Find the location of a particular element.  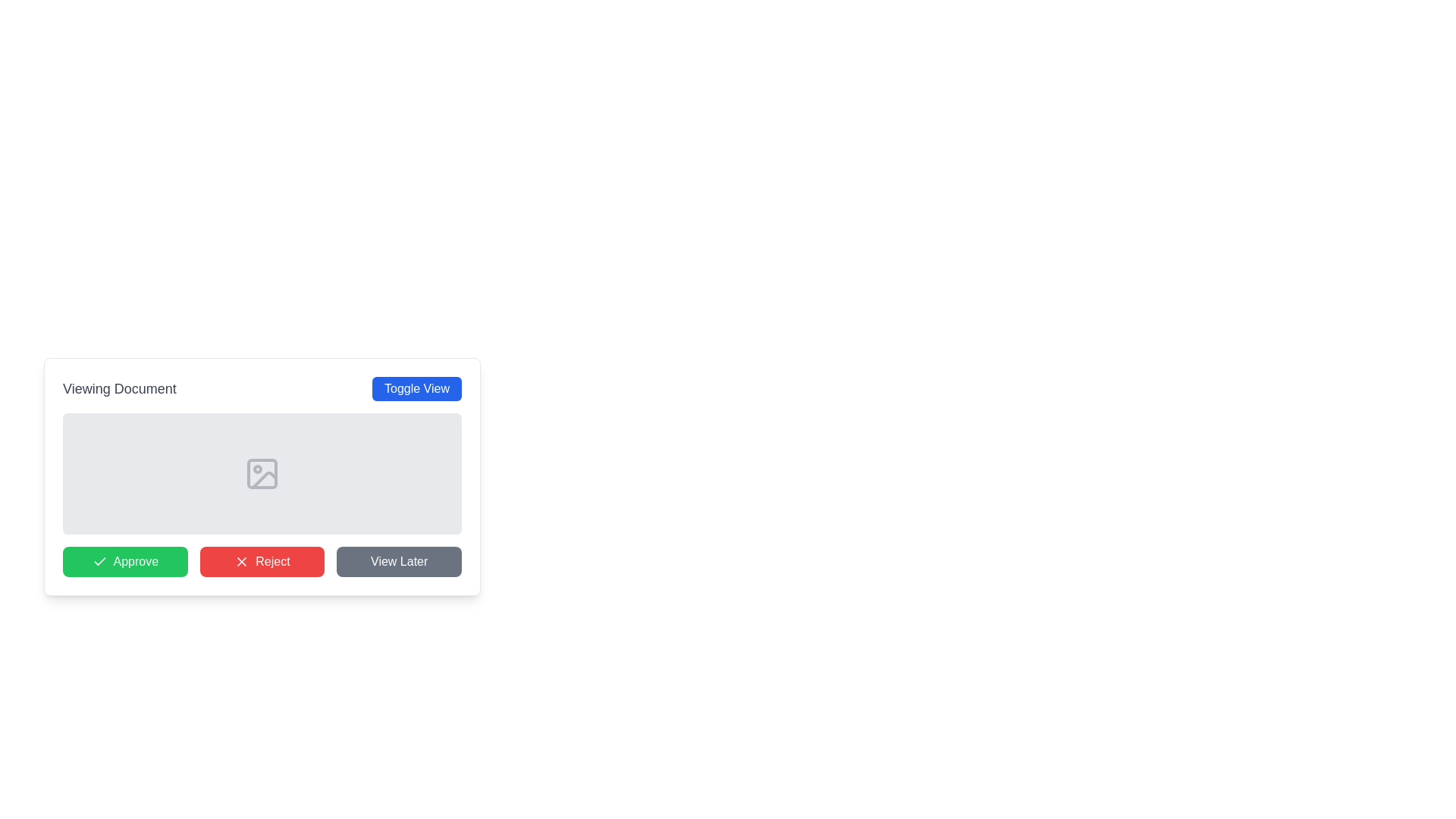

the placeholder area within the 'Viewing Document' panel, which includes an image or document preview is located at coordinates (262, 475).